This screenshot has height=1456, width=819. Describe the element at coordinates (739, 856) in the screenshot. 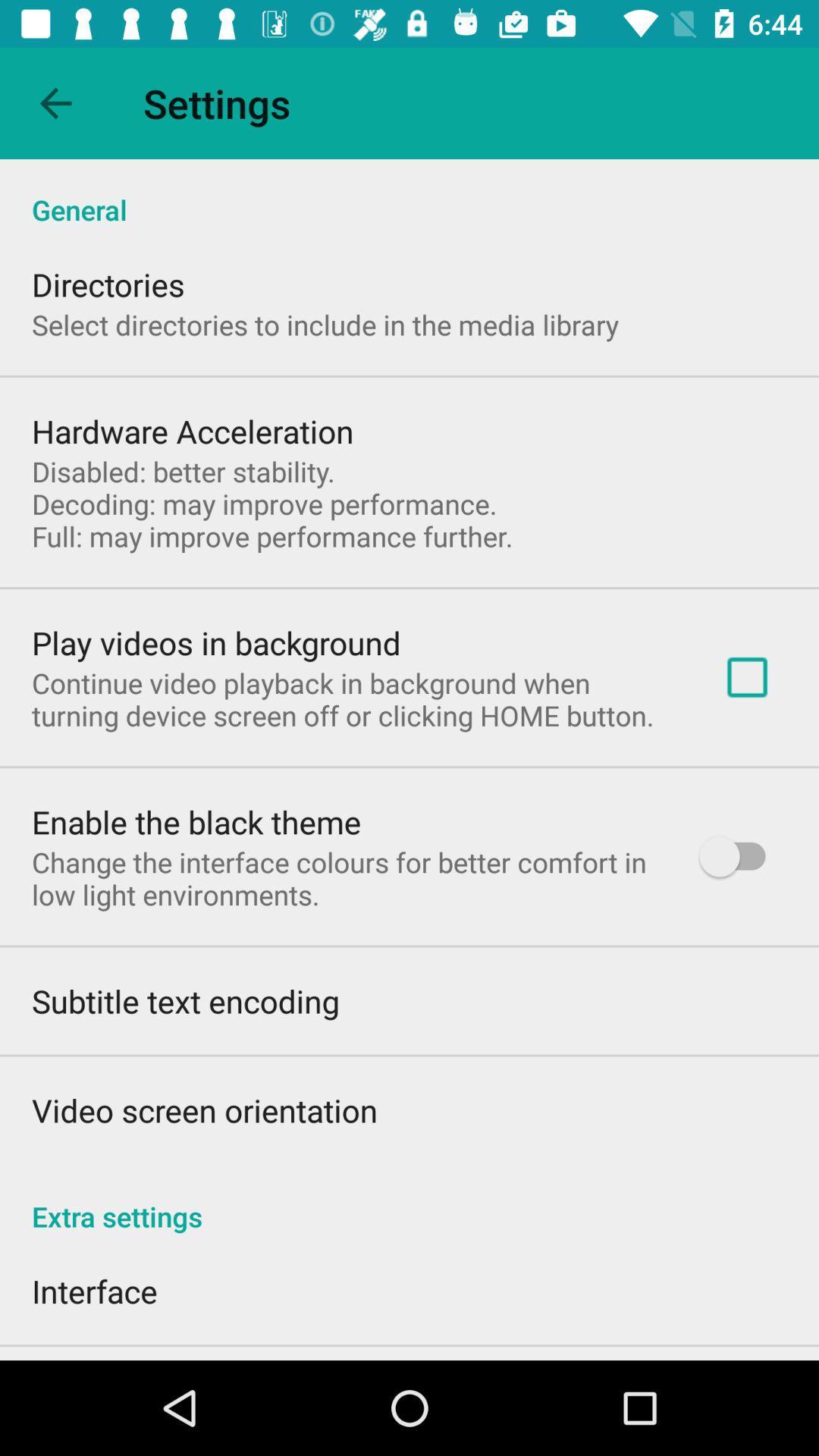

I see `the icon next to the change the interface` at that location.